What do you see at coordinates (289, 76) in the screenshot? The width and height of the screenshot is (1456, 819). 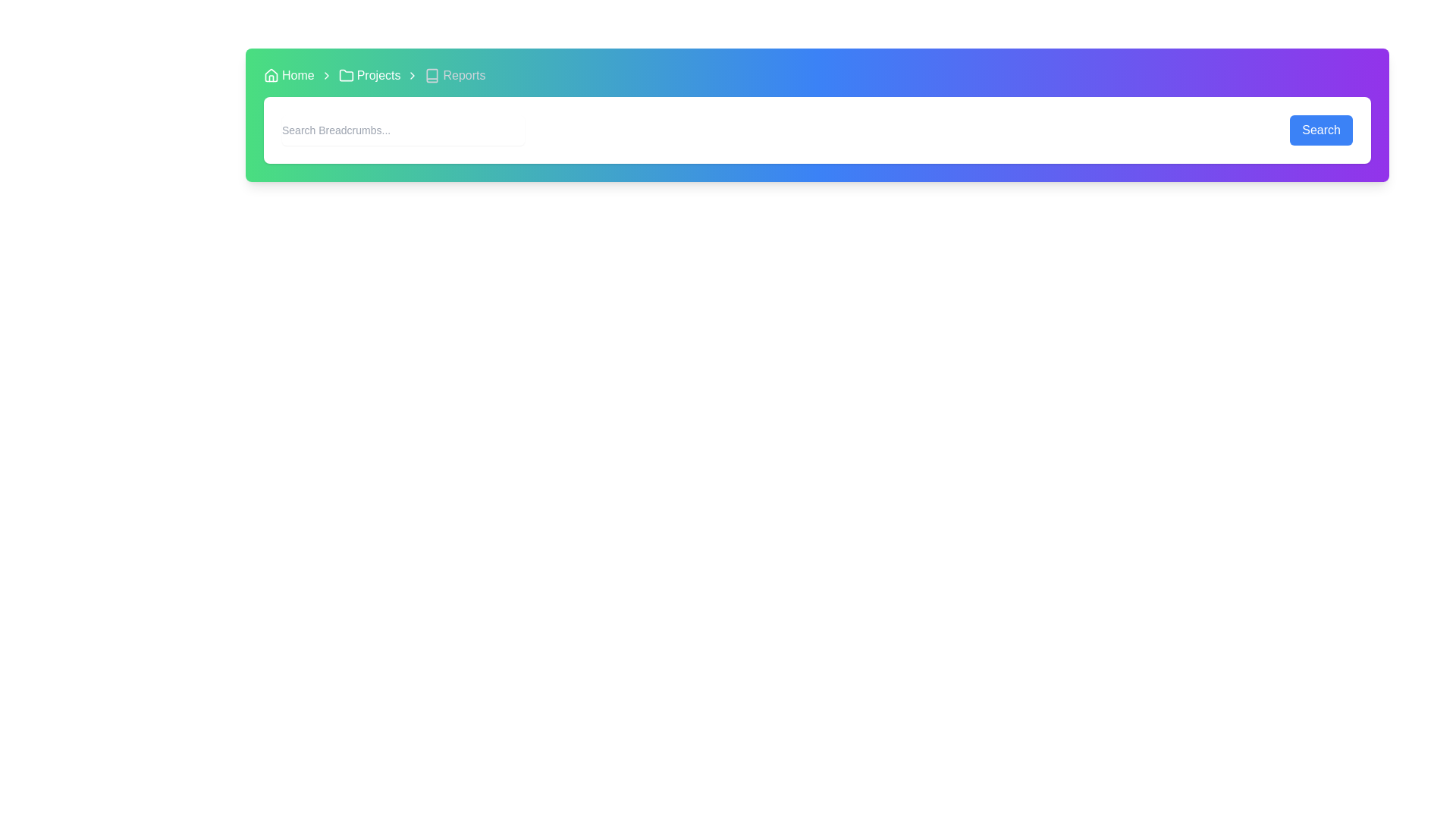 I see `the 'Home' navigation link with a house icon to trigger the visual hover effect` at bounding box center [289, 76].